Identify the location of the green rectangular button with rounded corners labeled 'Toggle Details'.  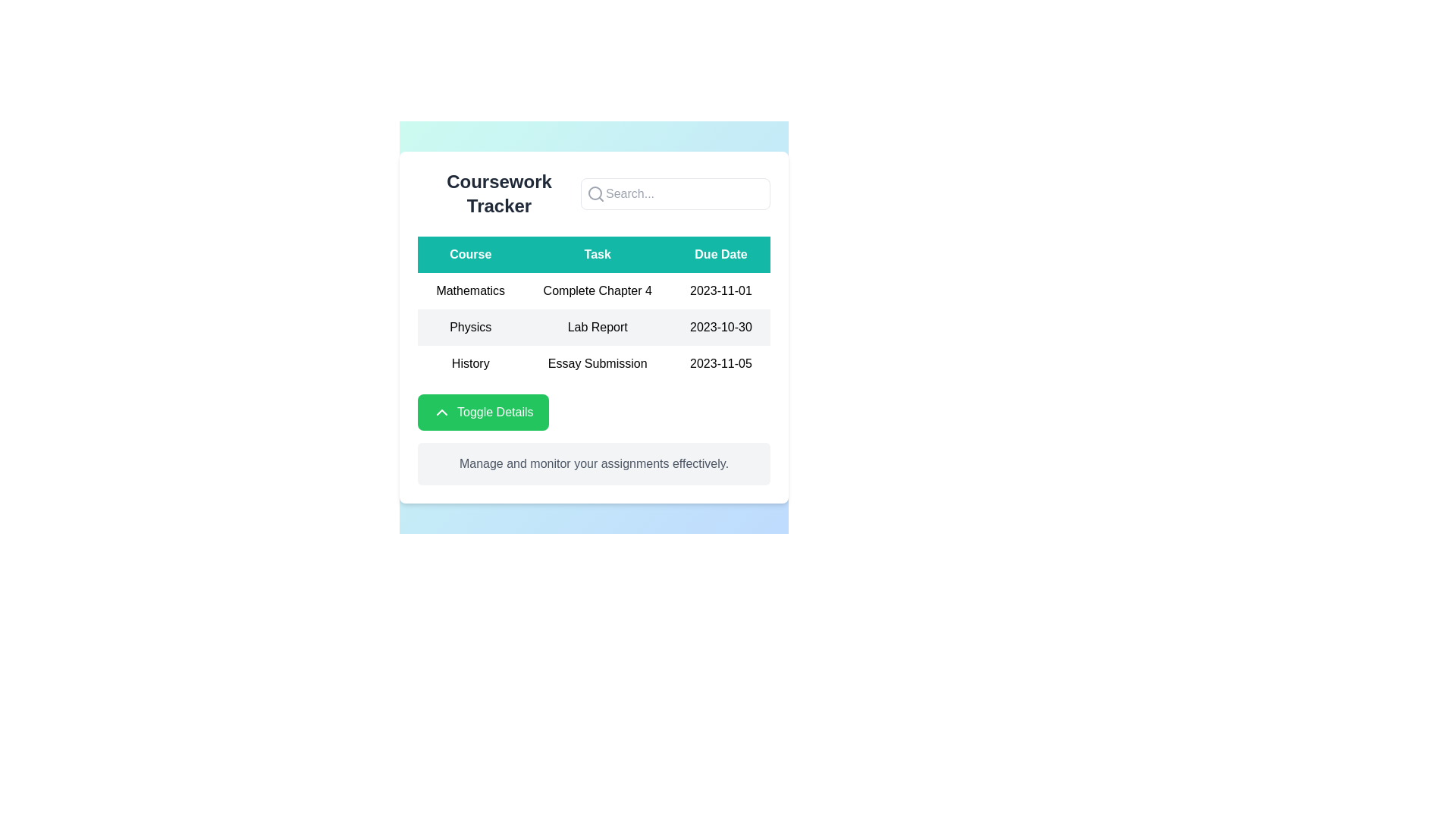
(482, 412).